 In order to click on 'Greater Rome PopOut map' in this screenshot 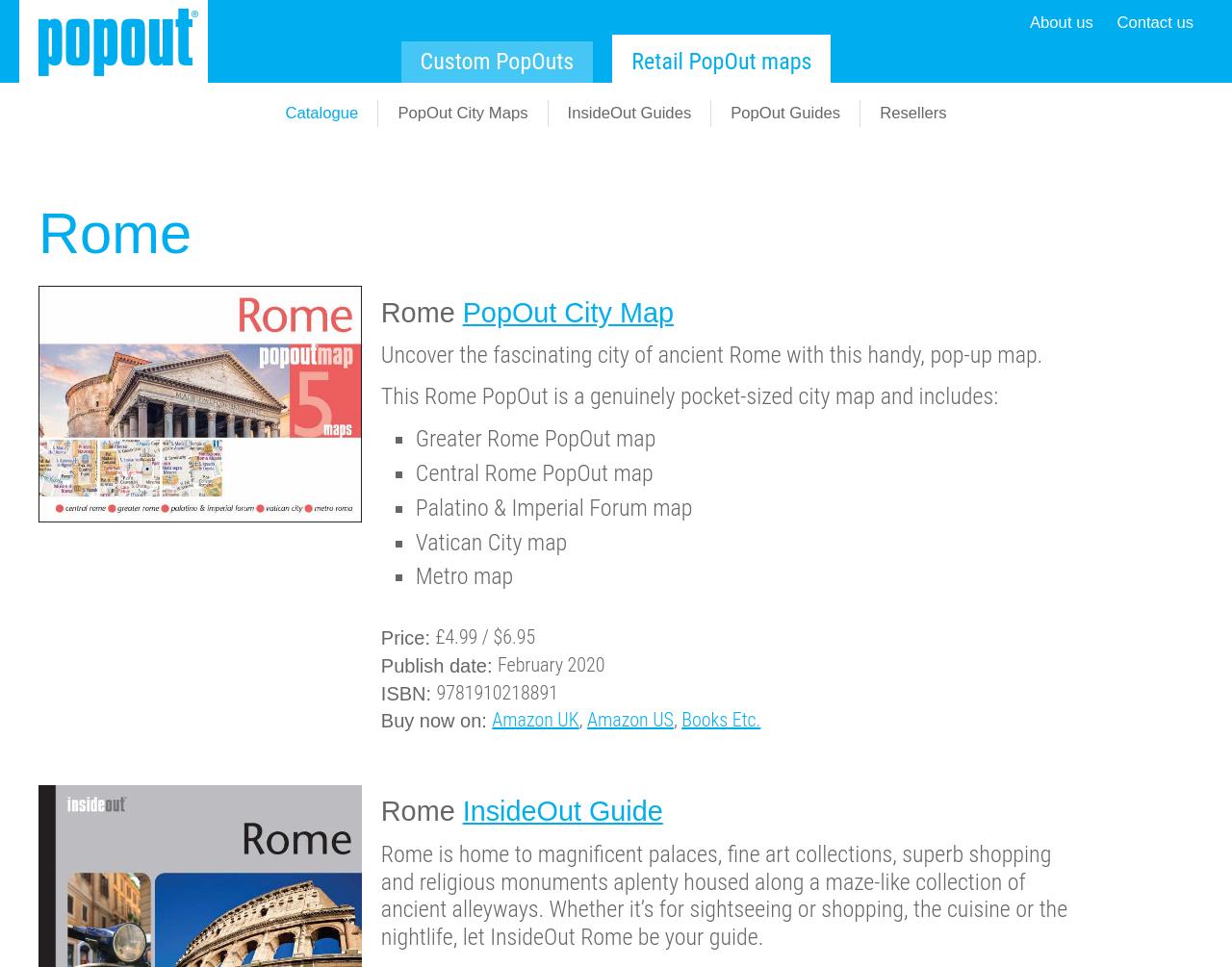, I will do `click(535, 437)`.